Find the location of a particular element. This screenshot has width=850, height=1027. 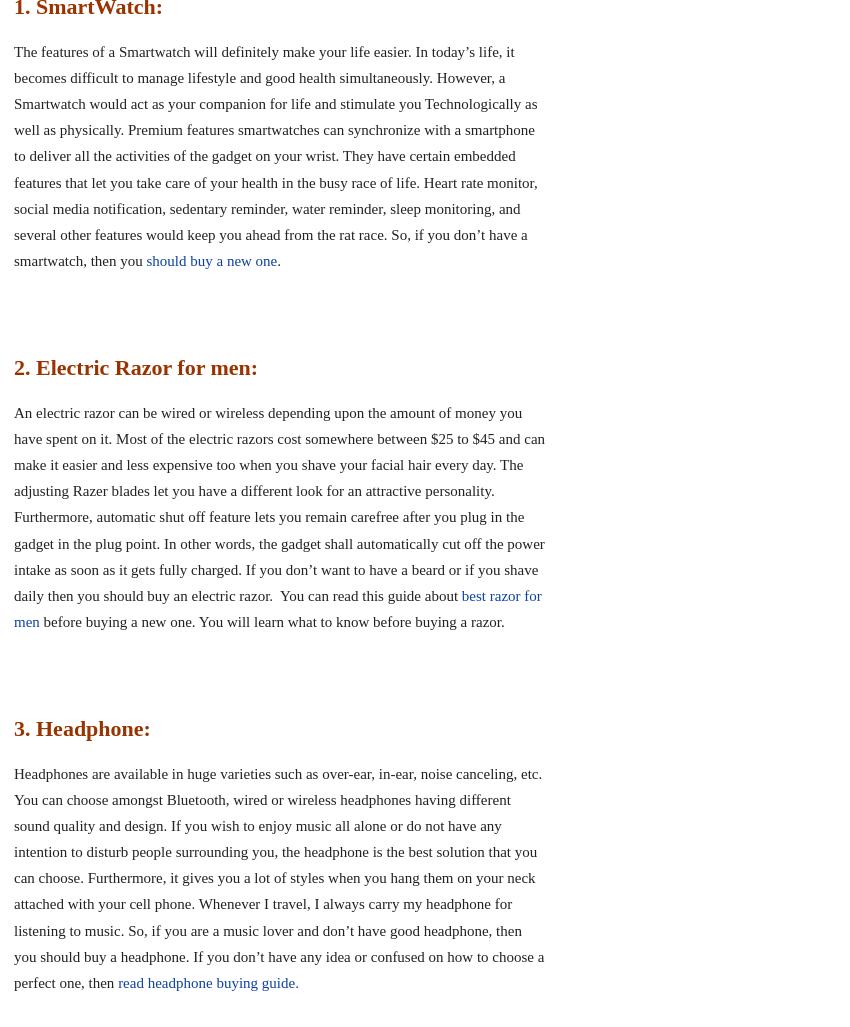

'should buy a new one' is located at coordinates (210, 260).